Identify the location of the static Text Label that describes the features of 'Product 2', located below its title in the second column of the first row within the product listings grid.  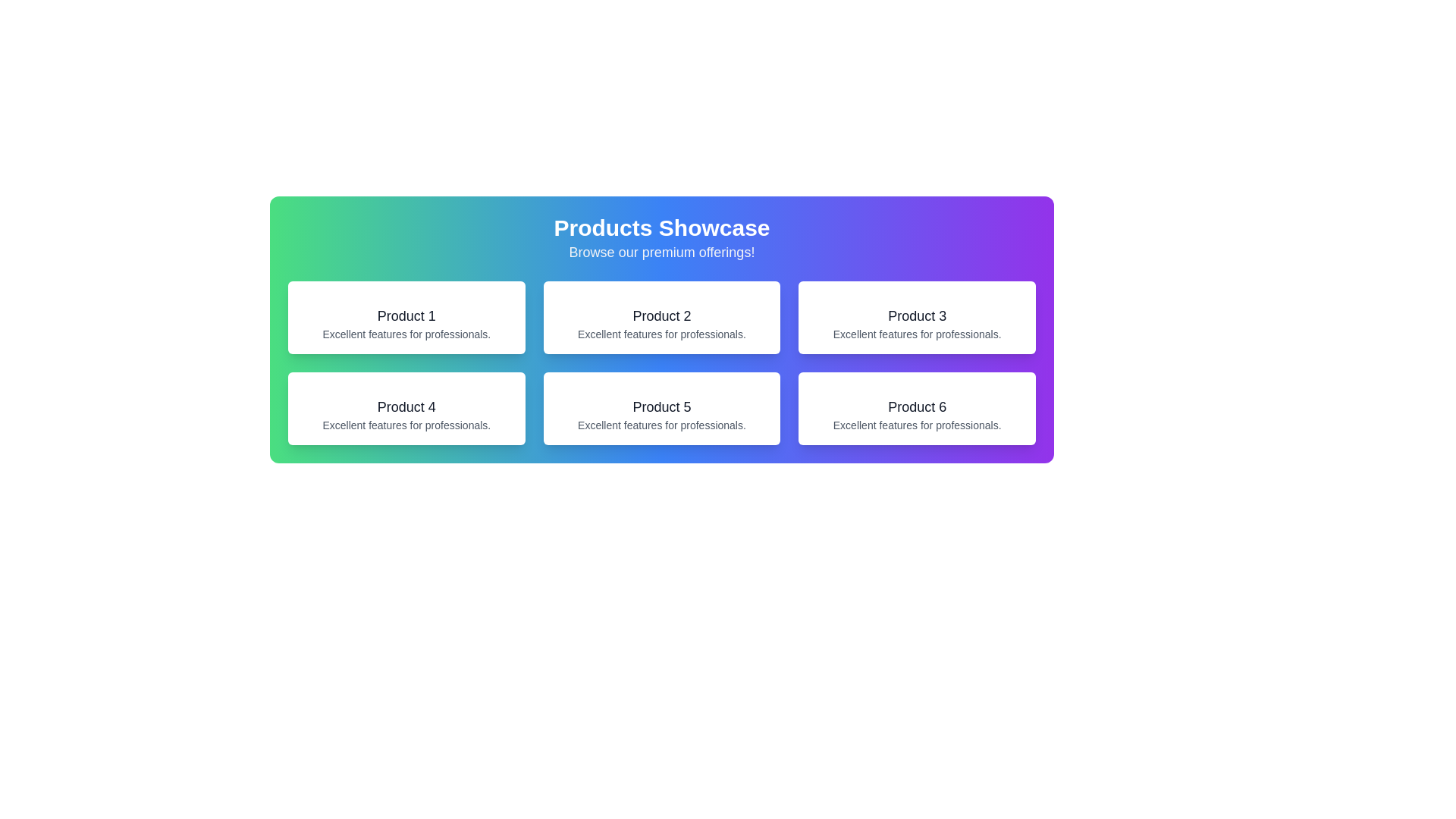
(662, 333).